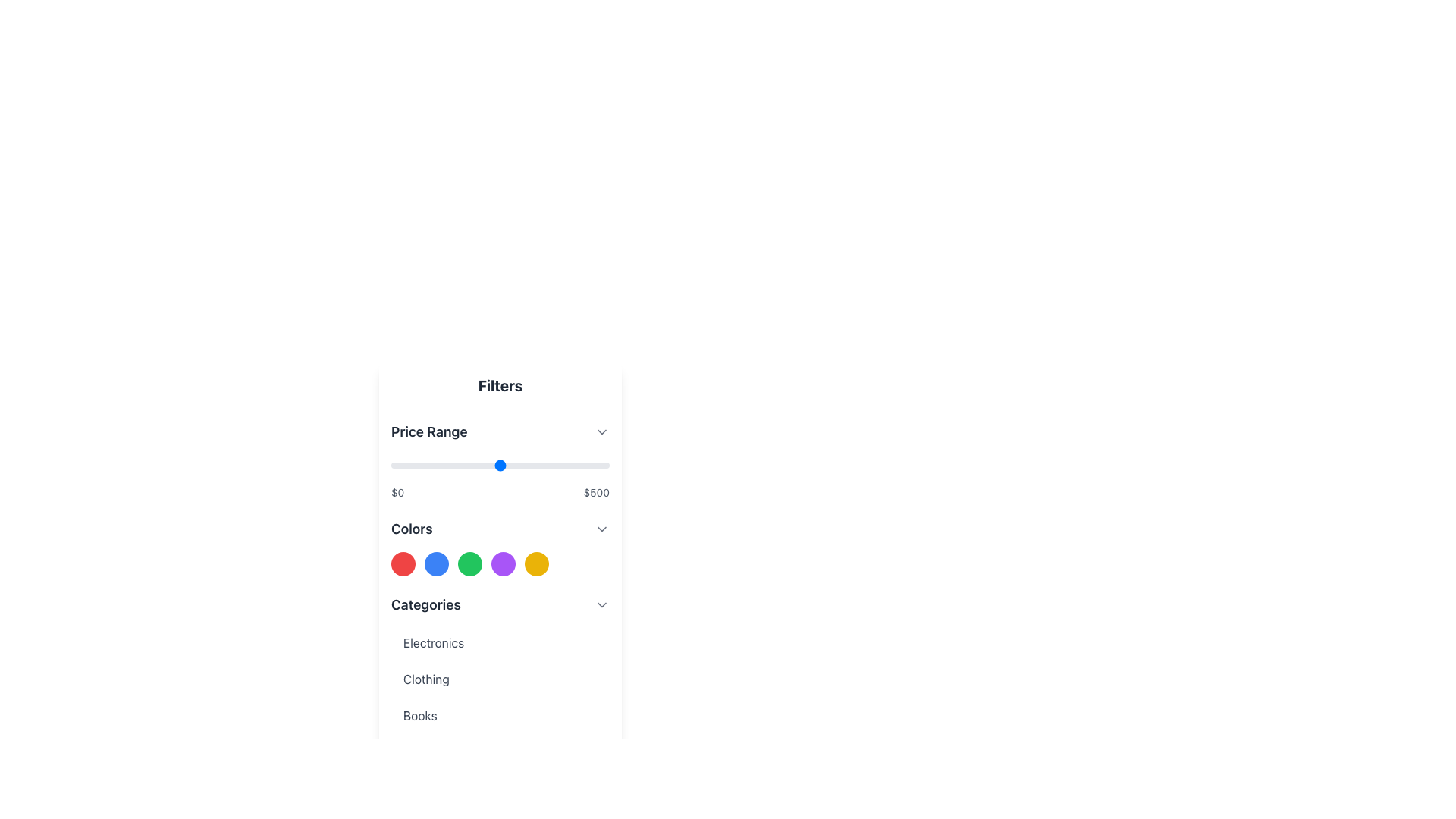  What do you see at coordinates (500, 476) in the screenshot?
I see `the Range slider to move the knob for price selection, located centrally in the 'Price Range' section with labels '$0' and '$500' beneath it` at bounding box center [500, 476].